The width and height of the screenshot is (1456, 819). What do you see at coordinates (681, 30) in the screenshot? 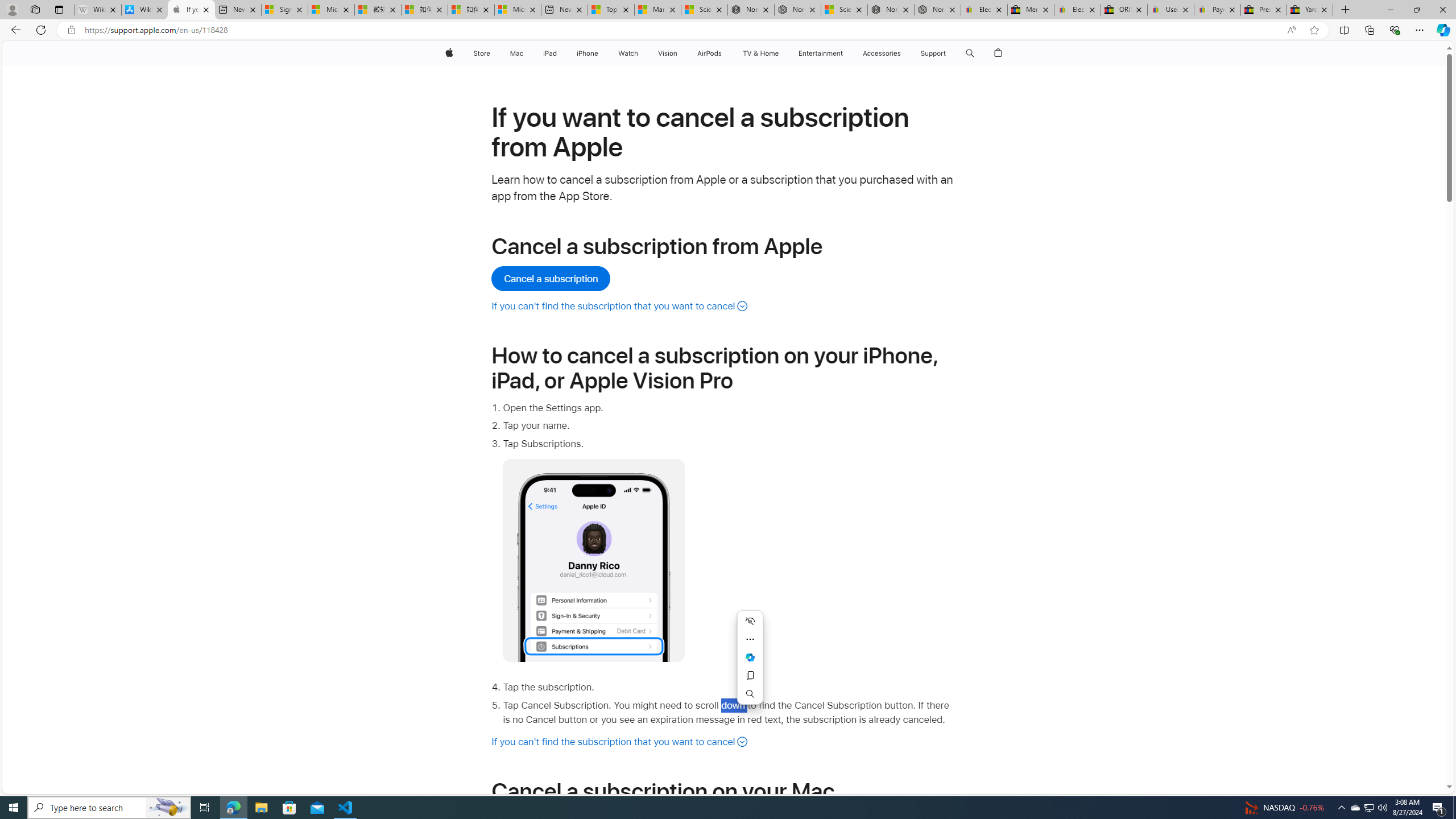
I see `'Address and search bar'` at bounding box center [681, 30].